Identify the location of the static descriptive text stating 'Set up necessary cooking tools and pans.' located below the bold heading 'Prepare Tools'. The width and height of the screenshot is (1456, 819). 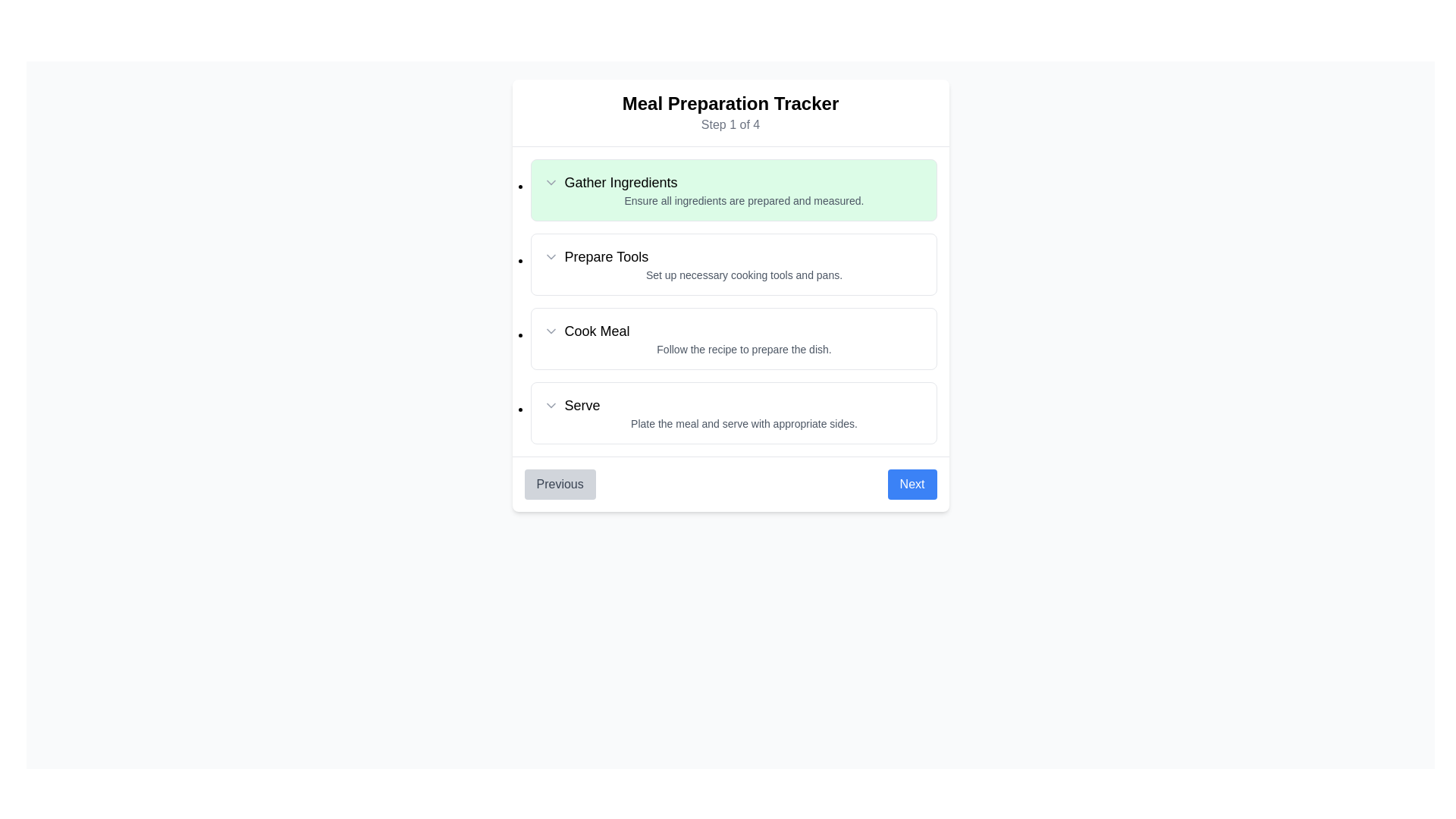
(744, 275).